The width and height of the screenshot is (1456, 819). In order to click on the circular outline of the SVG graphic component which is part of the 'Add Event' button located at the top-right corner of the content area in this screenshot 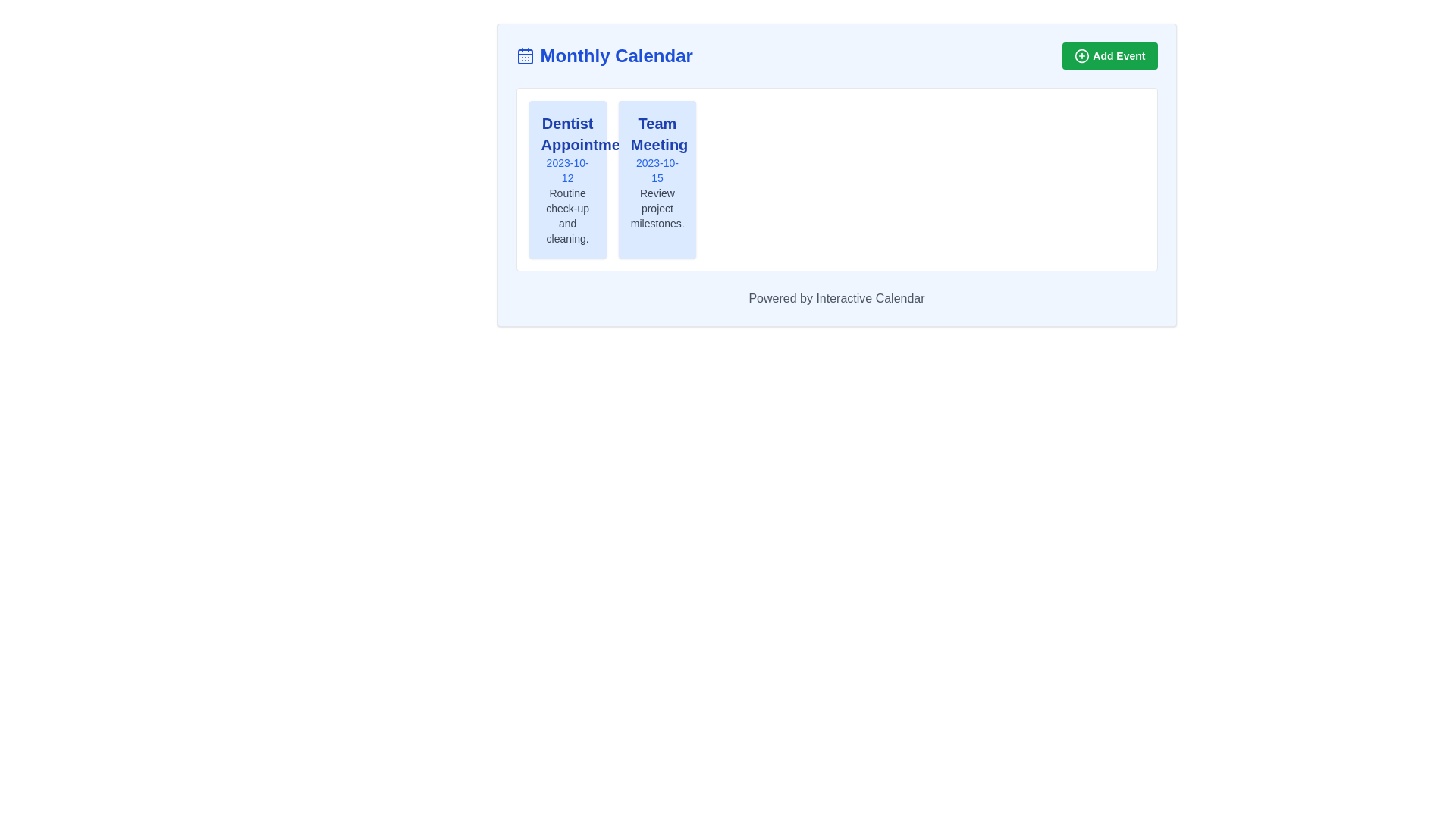, I will do `click(1081, 55)`.